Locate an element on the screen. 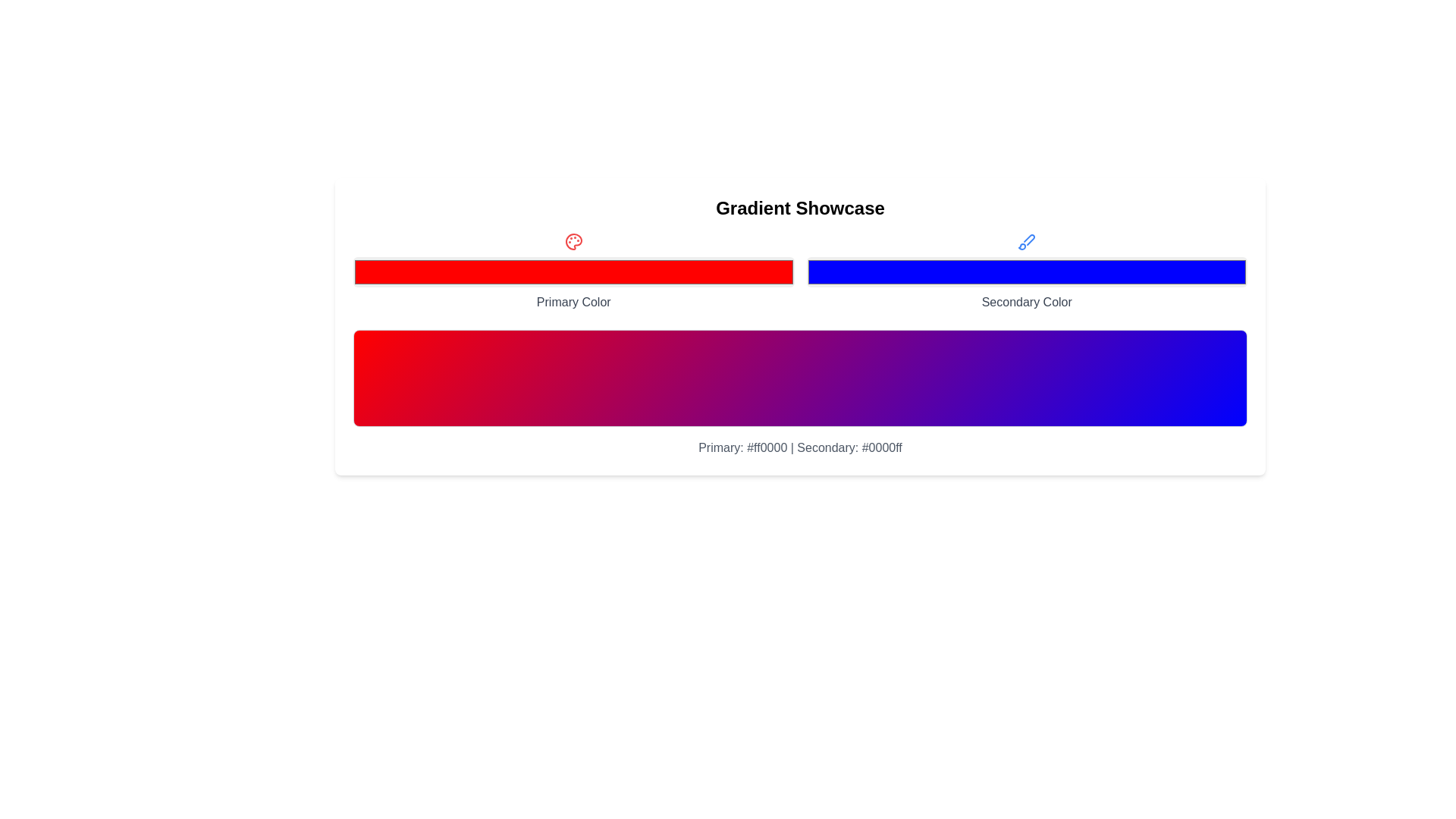  the largest icon in the top-left quadrant of the interface, which symbolizes a color palette and is positioned above the 'Primary Color' label is located at coordinates (573, 241).